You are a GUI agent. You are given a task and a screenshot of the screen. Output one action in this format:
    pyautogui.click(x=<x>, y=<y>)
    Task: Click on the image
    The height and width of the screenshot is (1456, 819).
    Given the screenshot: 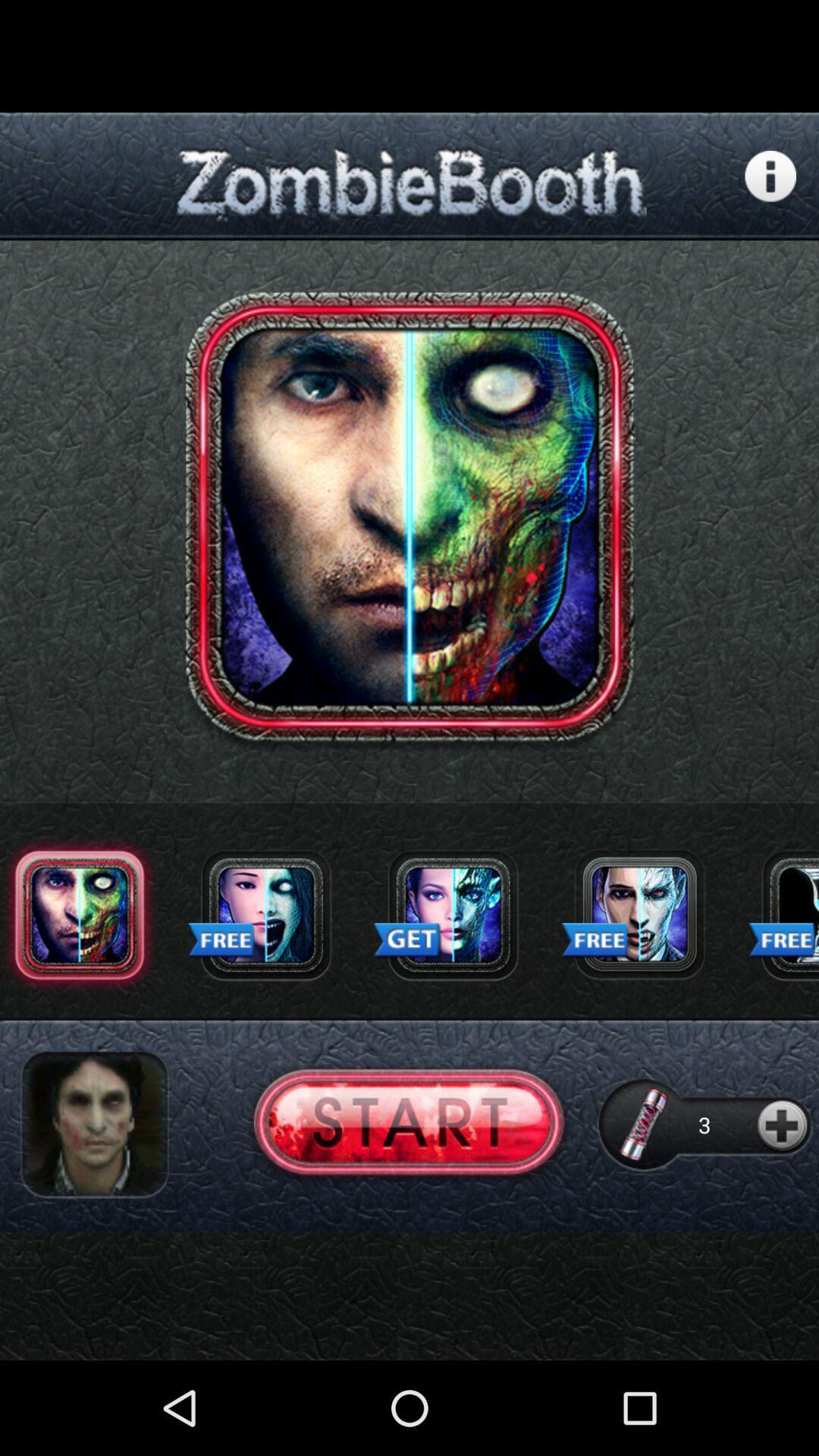 What is the action you would take?
    pyautogui.click(x=94, y=1125)
    